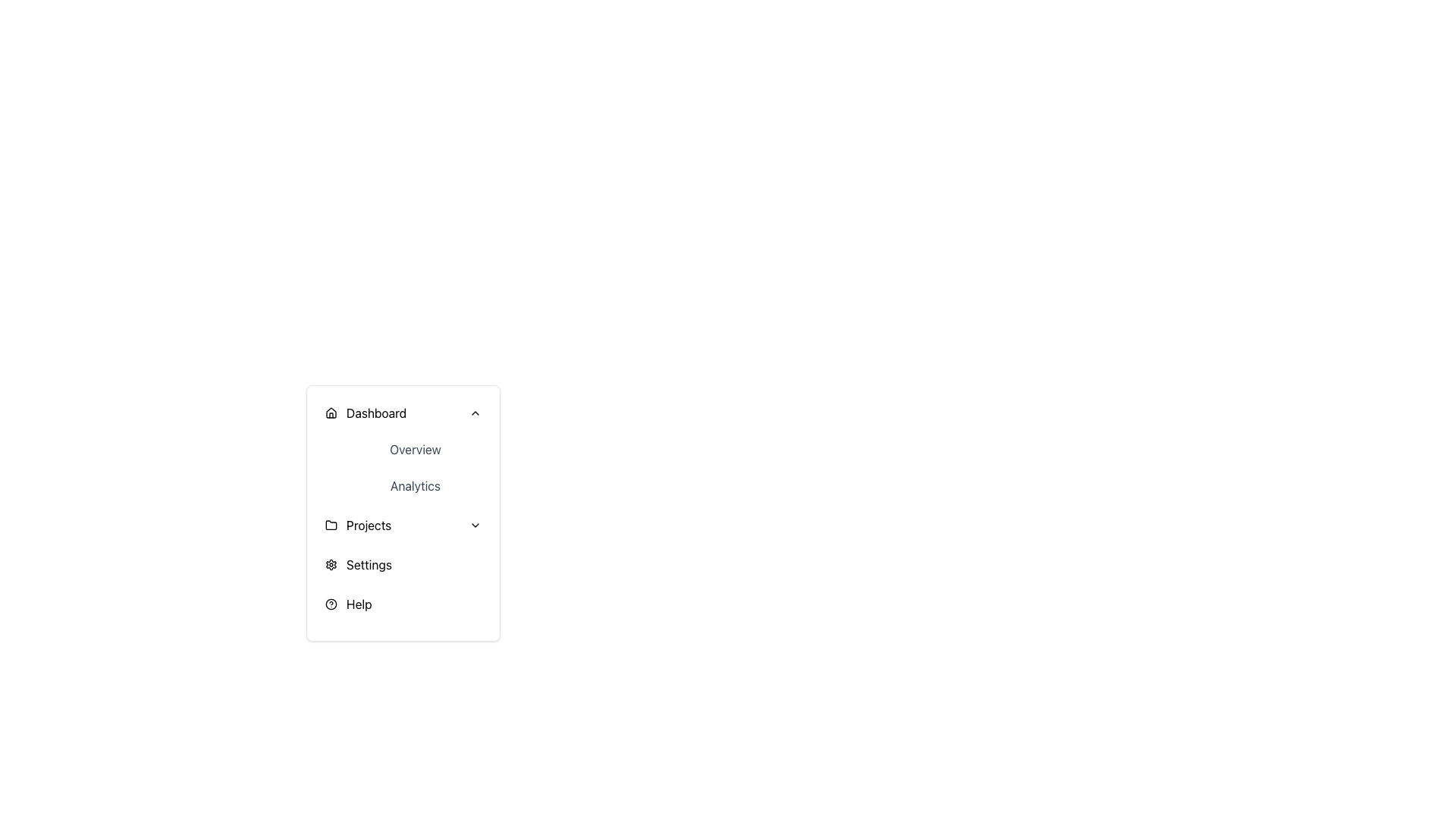 The image size is (1456, 819). I want to click on the 'Settings' text label in the navigation menu, so click(369, 564).